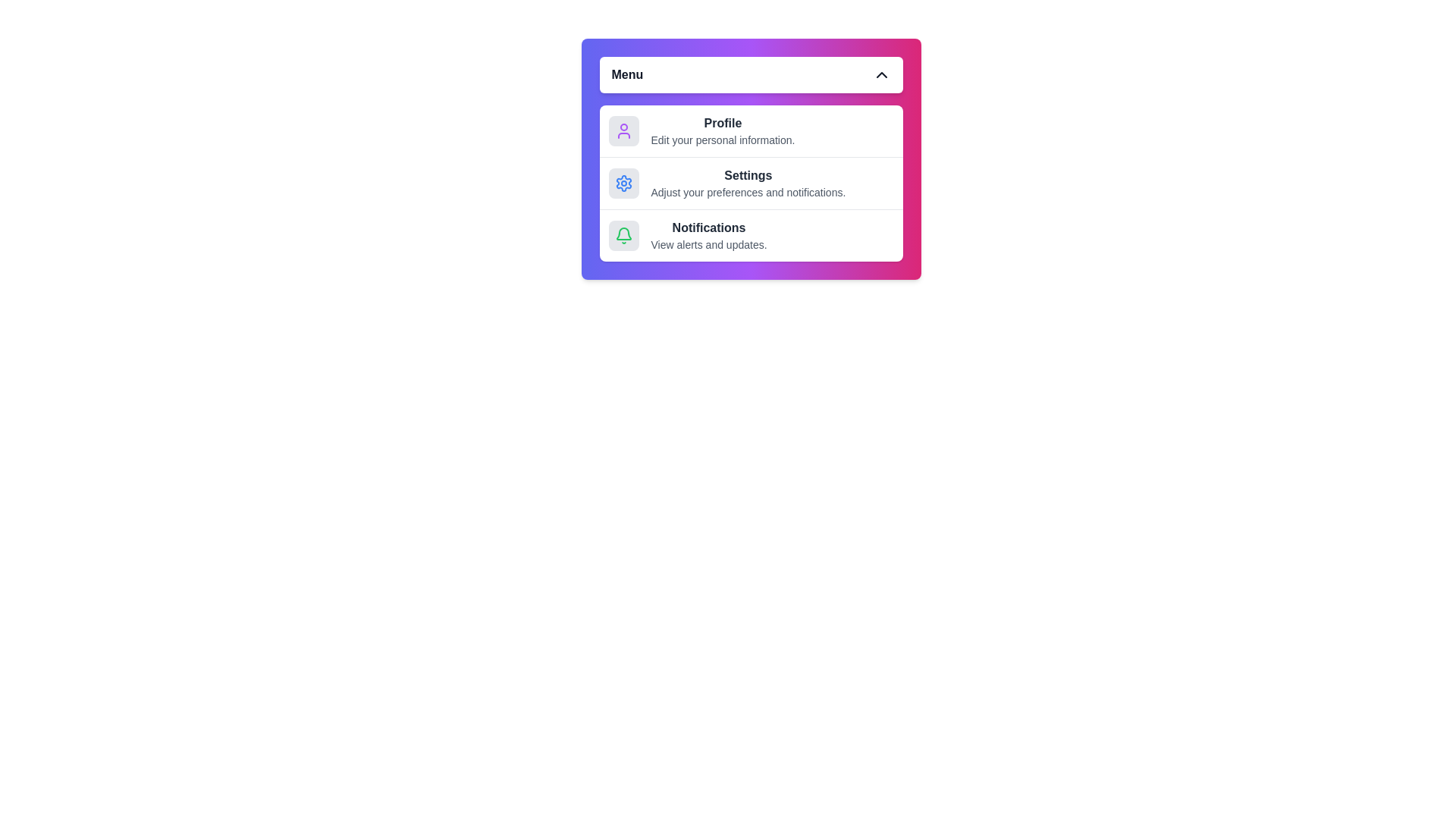  Describe the element at coordinates (623, 236) in the screenshot. I see `the Notifications icon in the menu` at that location.